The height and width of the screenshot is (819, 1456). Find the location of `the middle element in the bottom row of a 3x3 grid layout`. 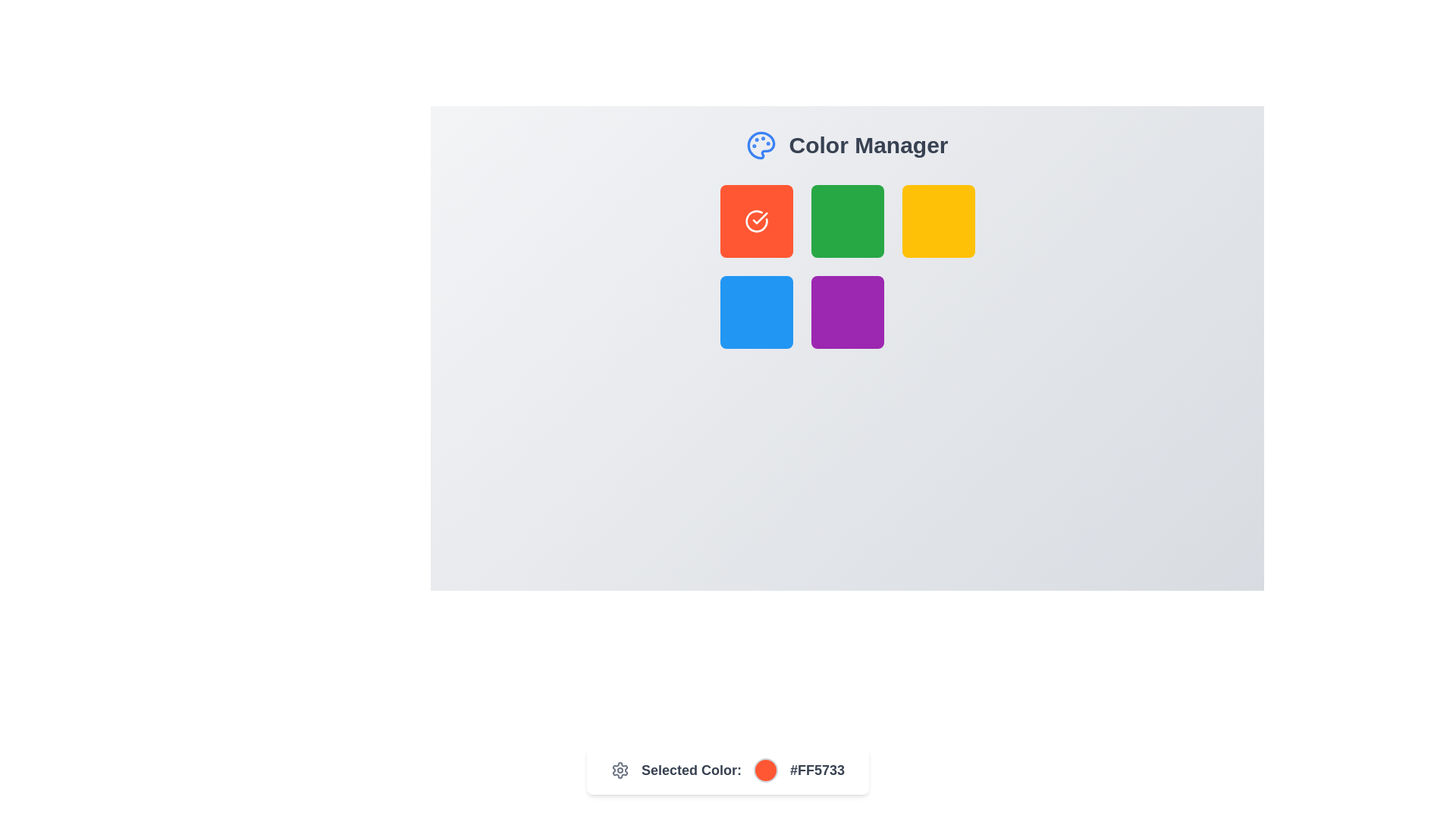

the middle element in the bottom row of a 3x3 grid layout is located at coordinates (846, 312).